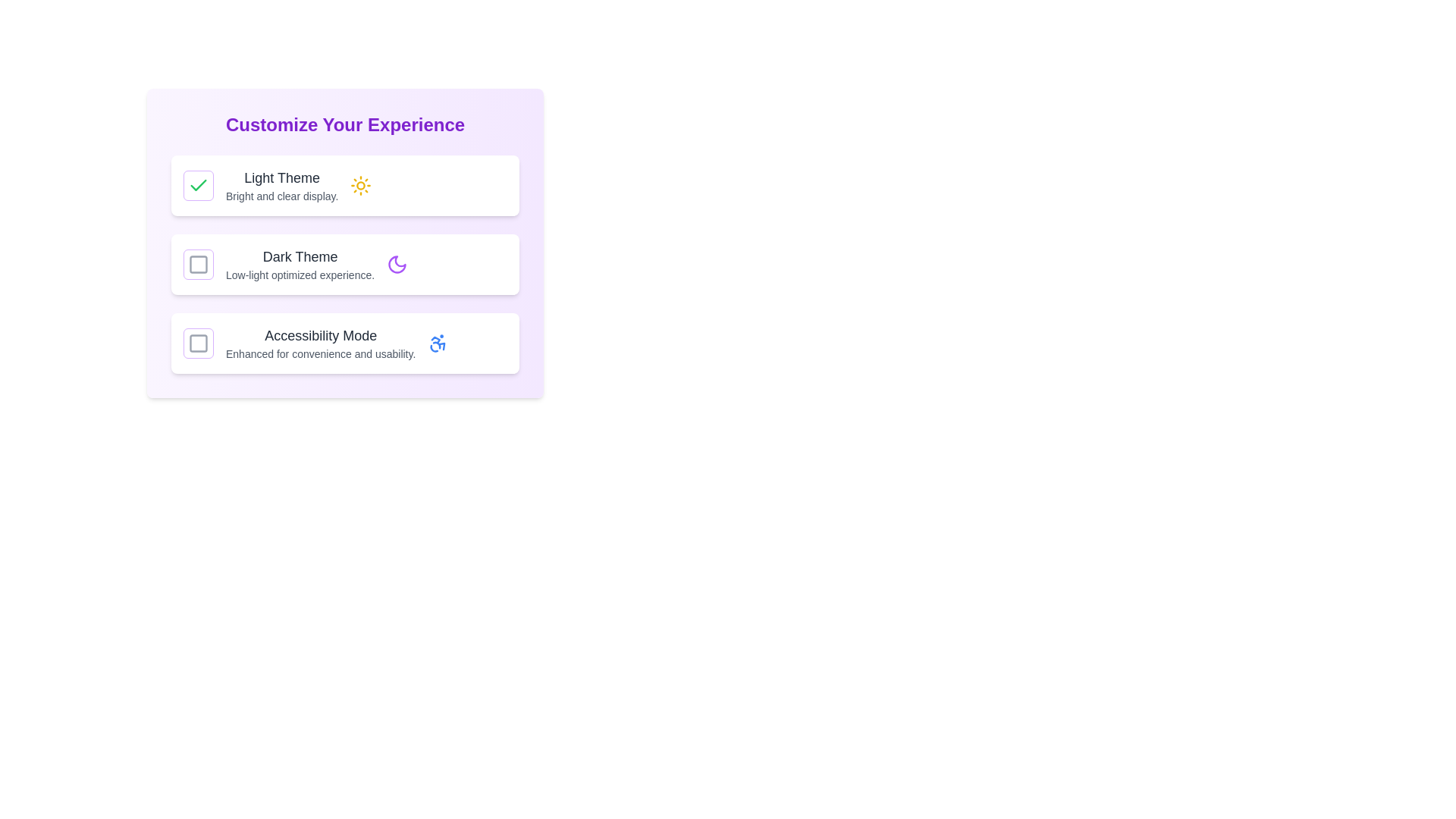  What do you see at coordinates (438, 343) in the screenshot?
I see `the Accessibility Mode icon located in the Customize Your Experience section, aligned to the right of the text 'Enhanced for convenience and usability.'` at bounding box center [438, 343].